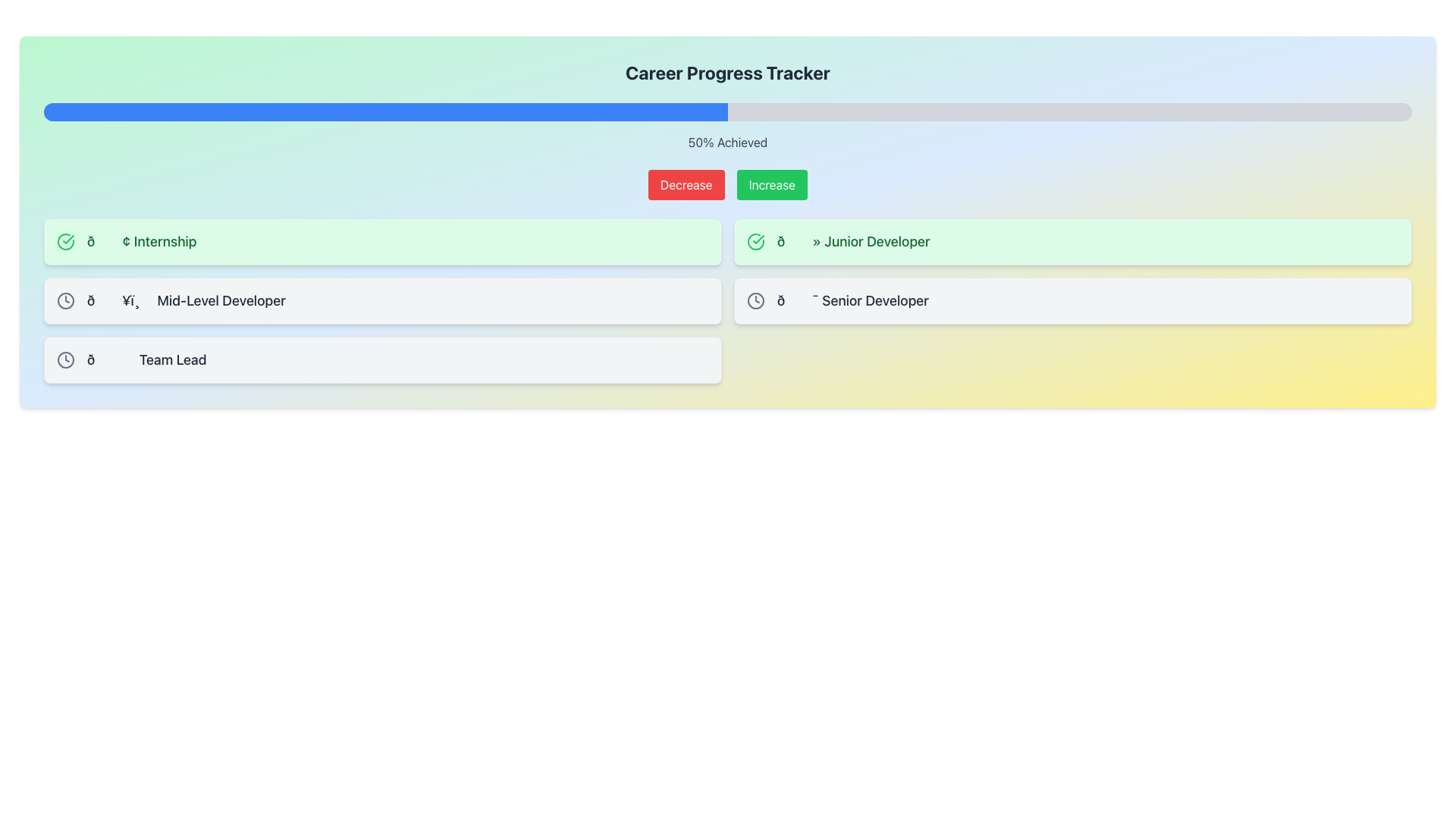 The width and height of the screenshot is (1456, 819). I want to click on the clock icon located at the far left of the card labeled '🎯 Senior Developer', so click(756, 301).